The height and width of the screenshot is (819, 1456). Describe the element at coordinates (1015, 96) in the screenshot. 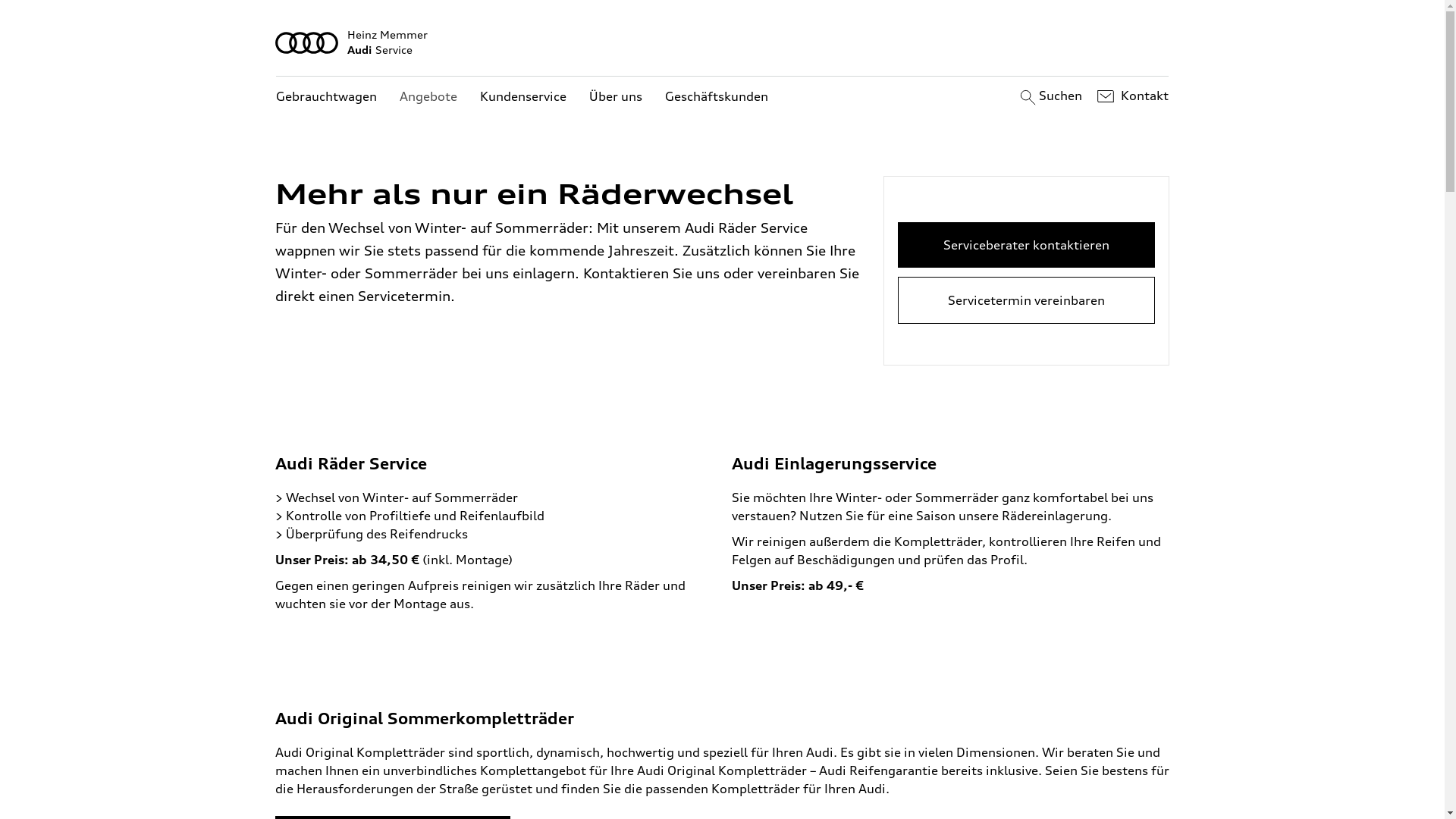

I see `'Suchen'` at that location.